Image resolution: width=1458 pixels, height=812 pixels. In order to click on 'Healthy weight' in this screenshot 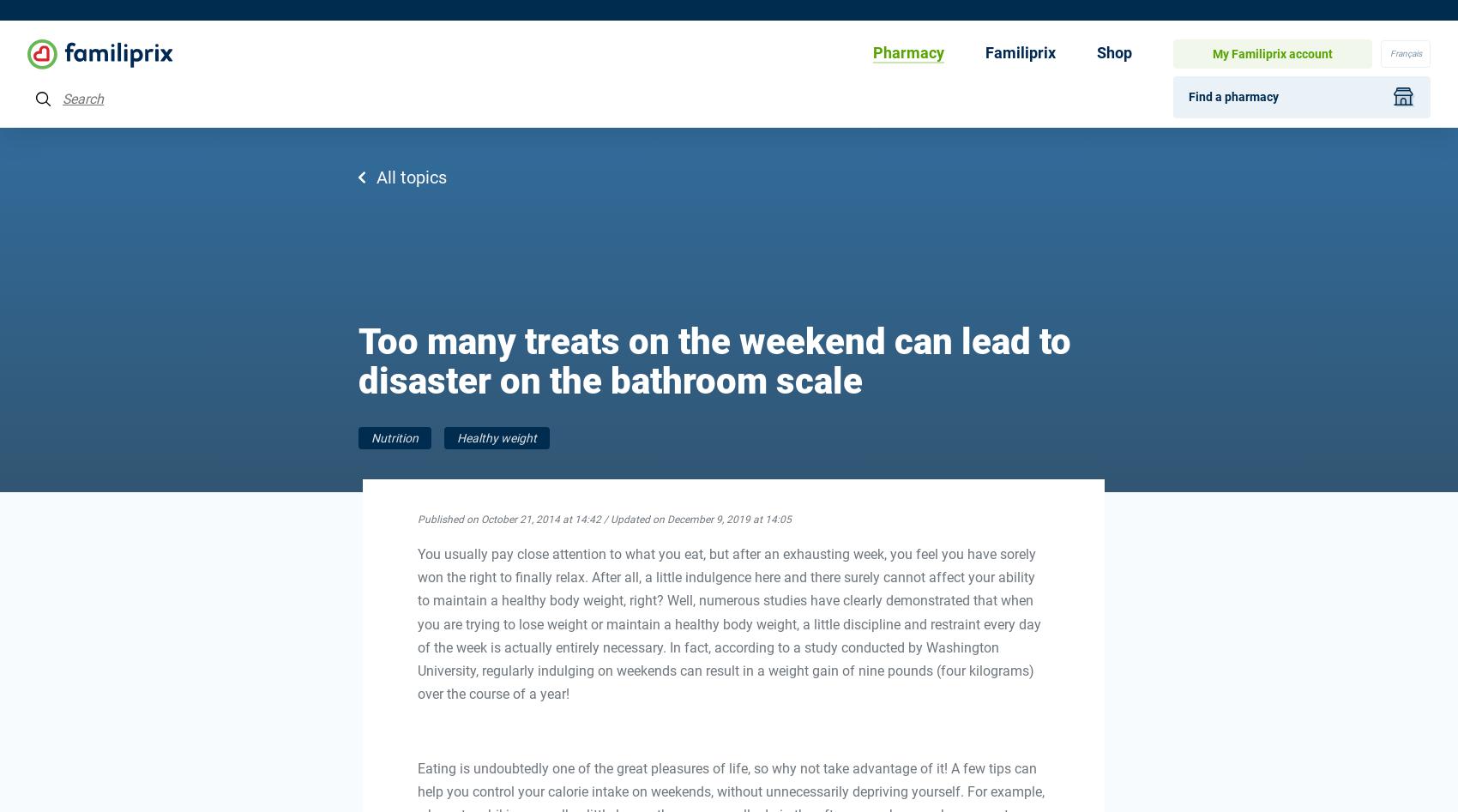, I will do `click(455, 437)`.